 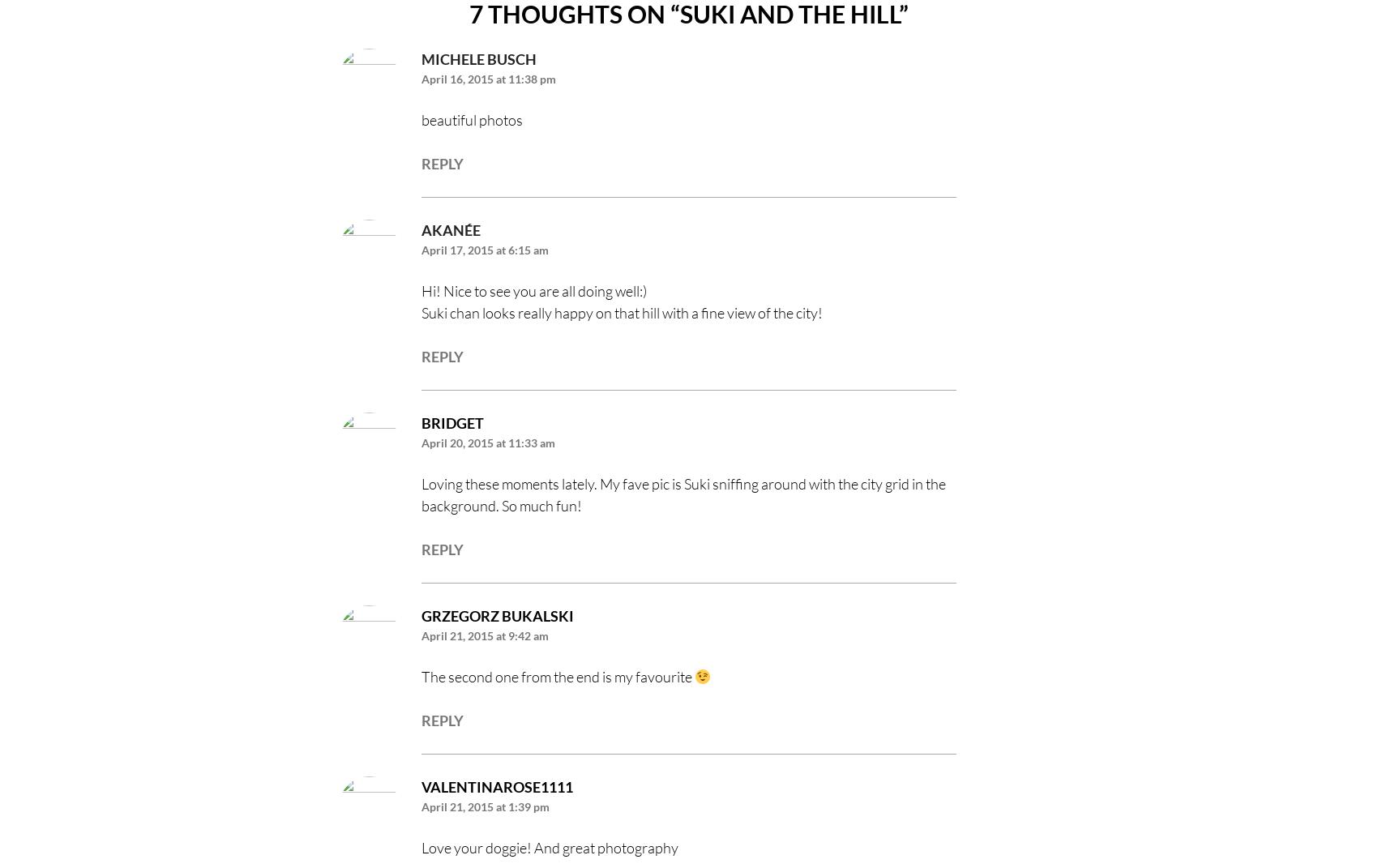 What do you see at coordinates (497, 615) in the screenshot?
I see `'Grzegorz Bukalski'` at bounding box center [497, 615].